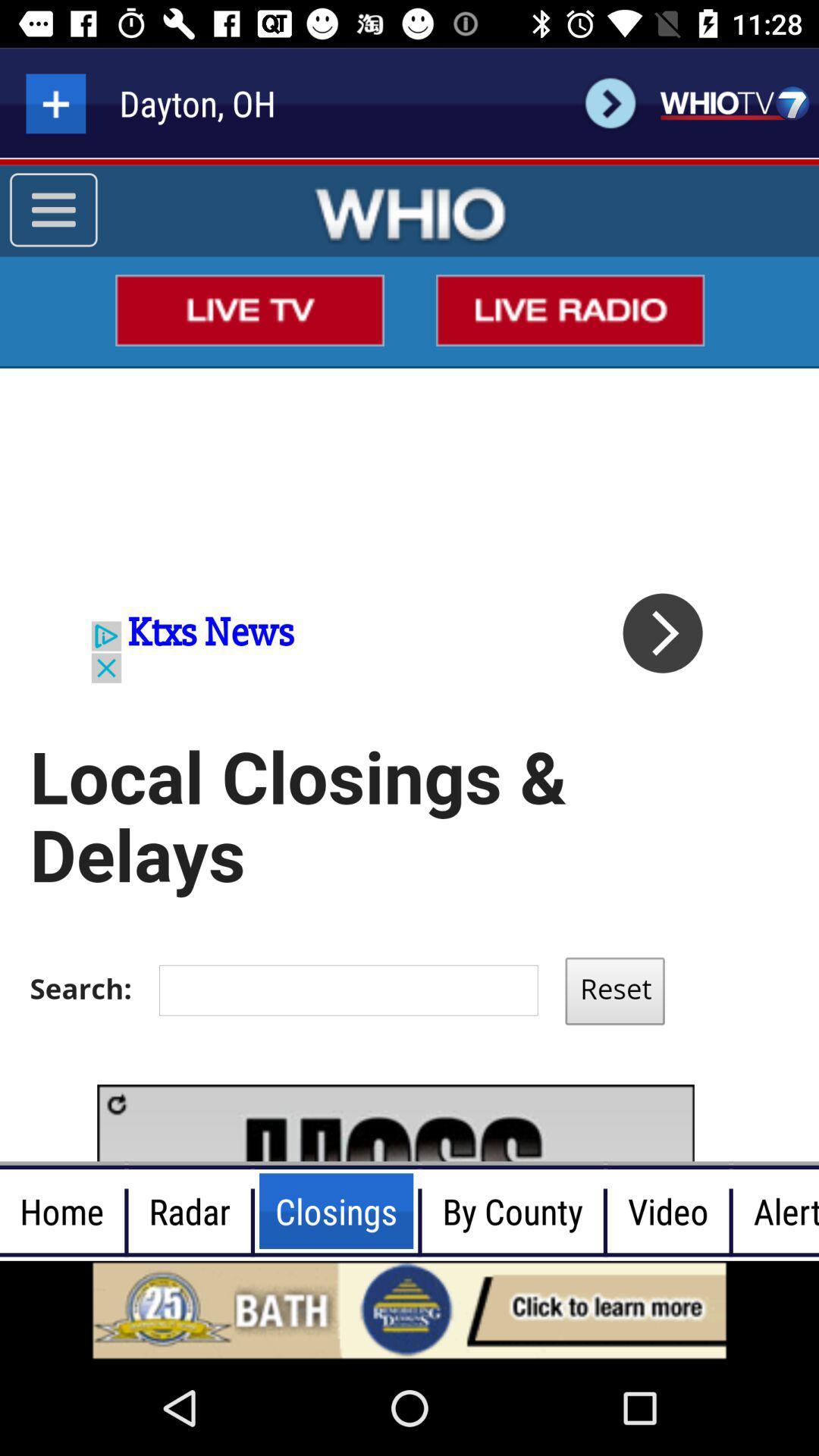  Describe the element at coordinates (610, 102) in the screenshot. I see `go back` at that location.